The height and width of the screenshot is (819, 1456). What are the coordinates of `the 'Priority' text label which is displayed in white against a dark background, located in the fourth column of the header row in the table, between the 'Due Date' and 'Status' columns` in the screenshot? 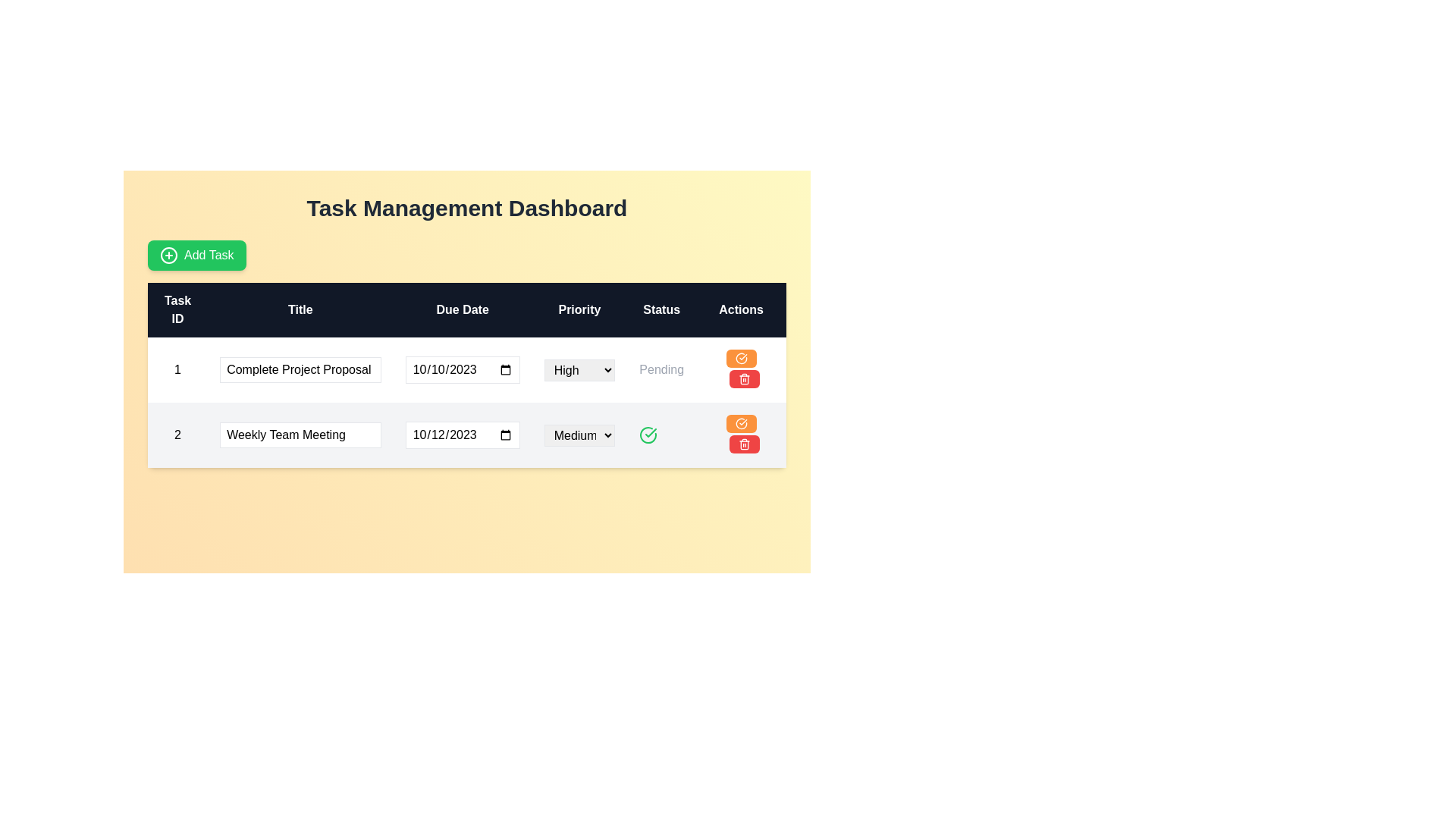 It's located at (579, 309).